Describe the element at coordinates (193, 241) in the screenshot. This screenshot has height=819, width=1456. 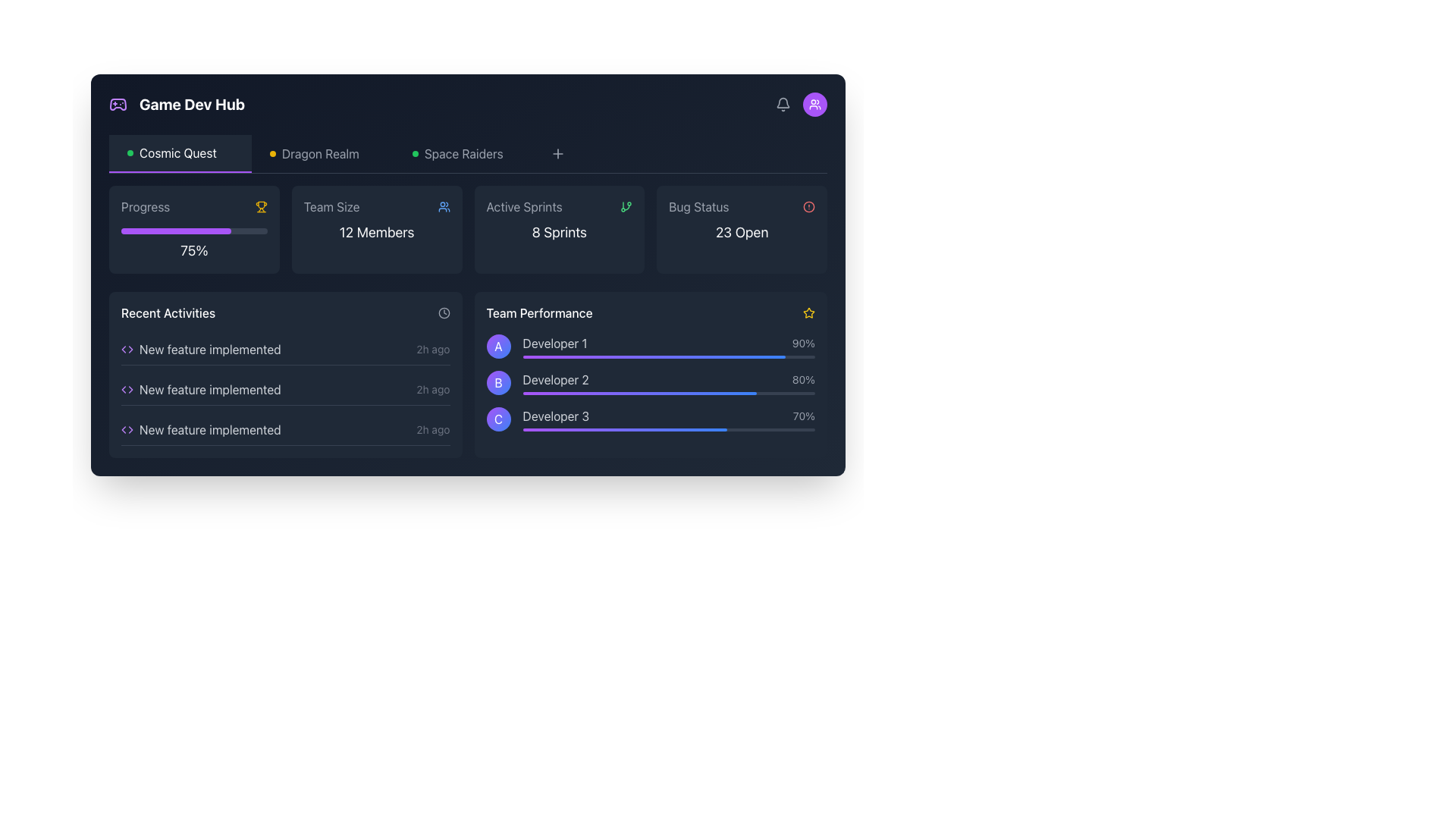
I see `the progress percentage text label located in the 'Progress' section at the upper-left corner of the interface` at that location.